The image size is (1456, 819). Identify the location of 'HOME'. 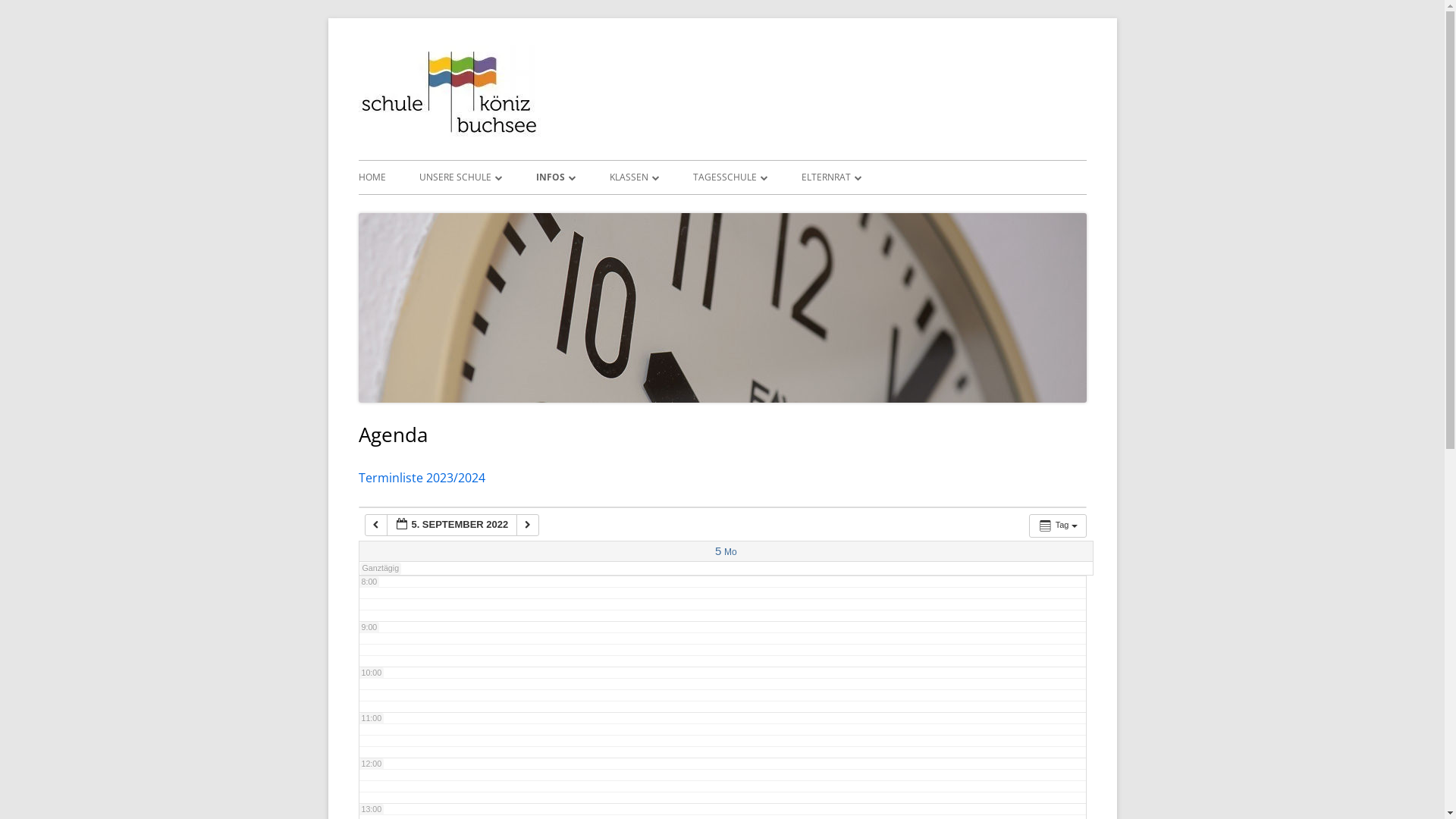
(371, 177).